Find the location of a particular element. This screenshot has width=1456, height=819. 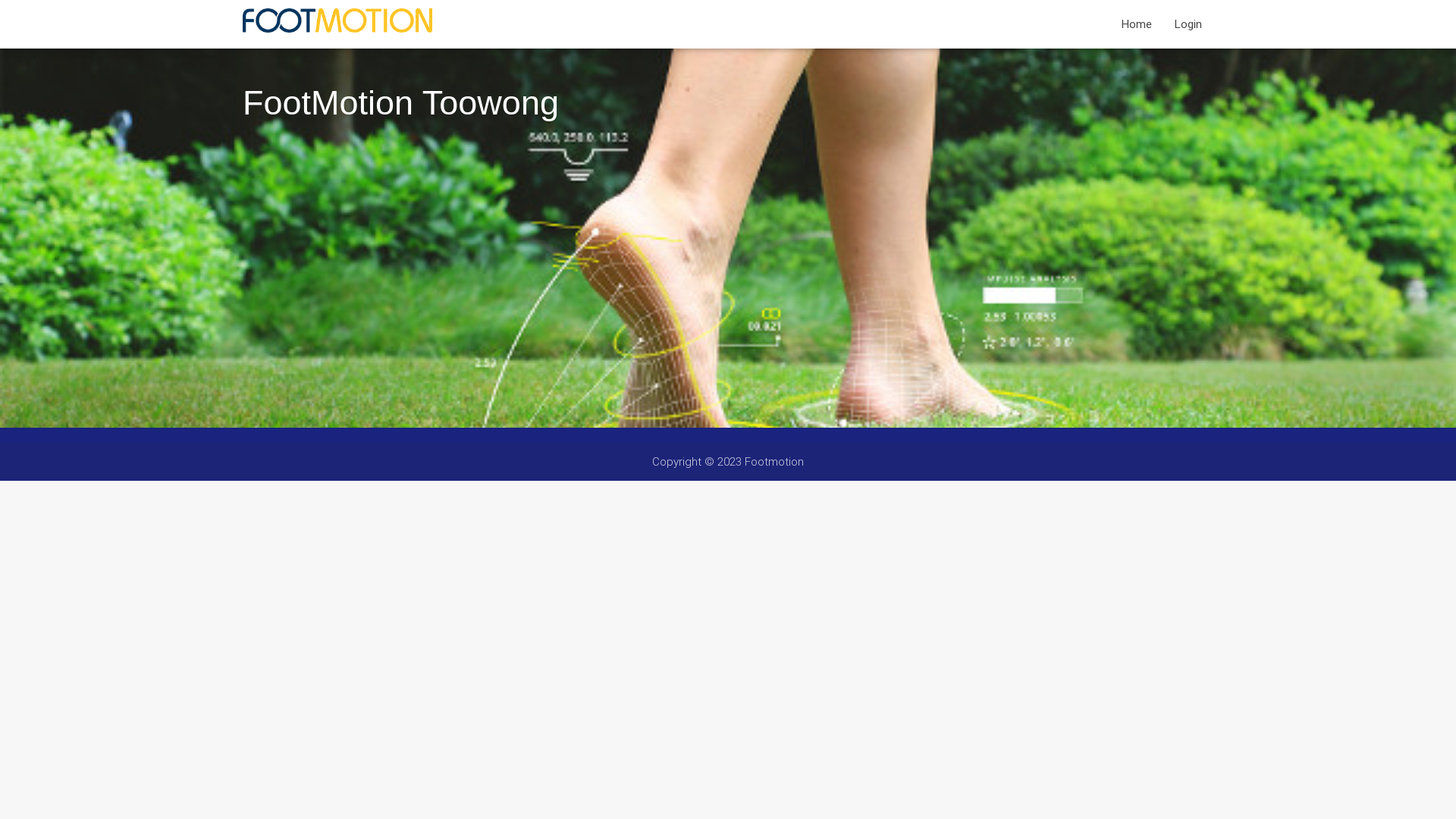

'Home' is located at coordinates (1136, 24).